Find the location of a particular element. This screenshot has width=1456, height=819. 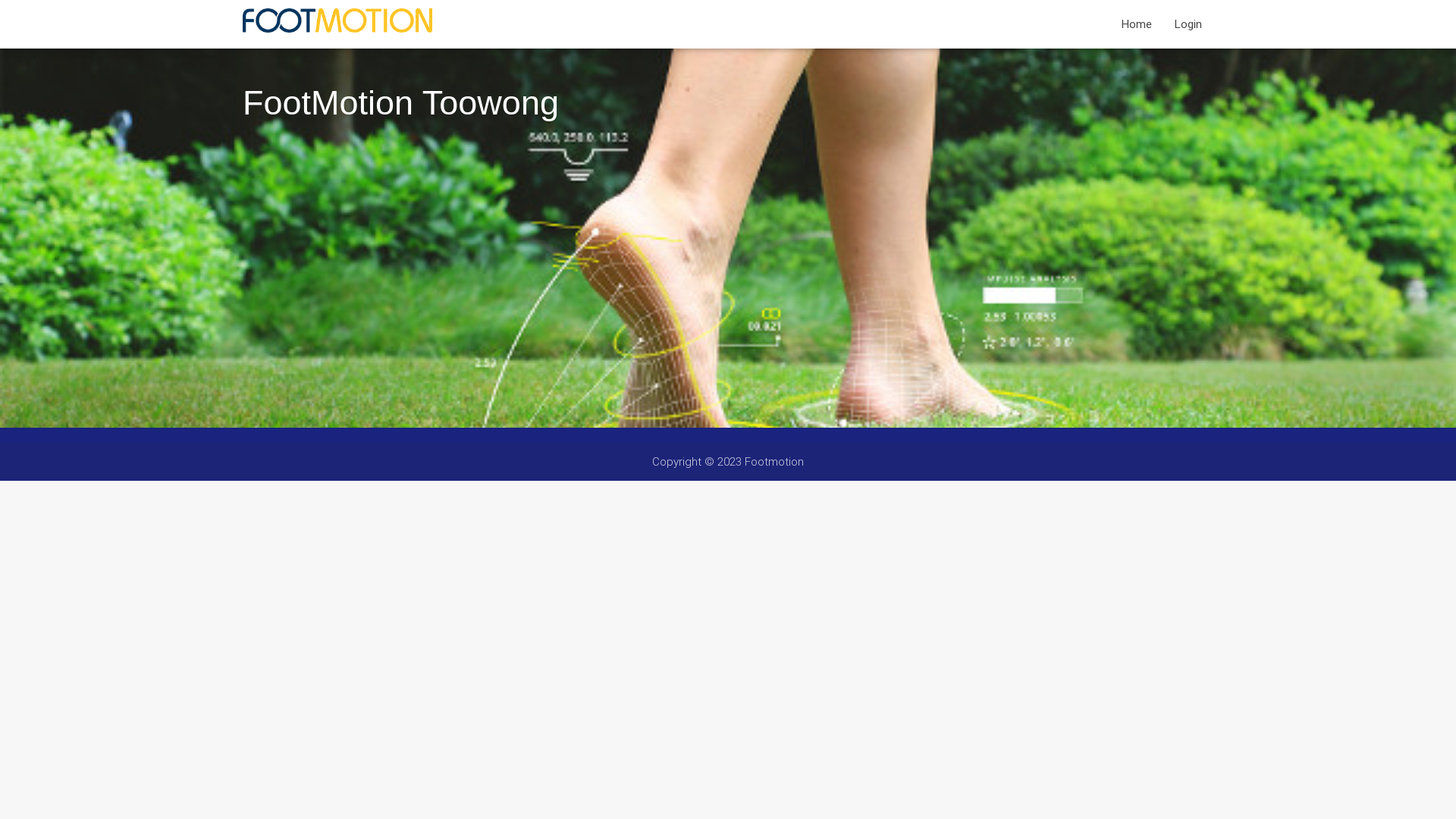

'Home' is located at coordinates (1136, 24).